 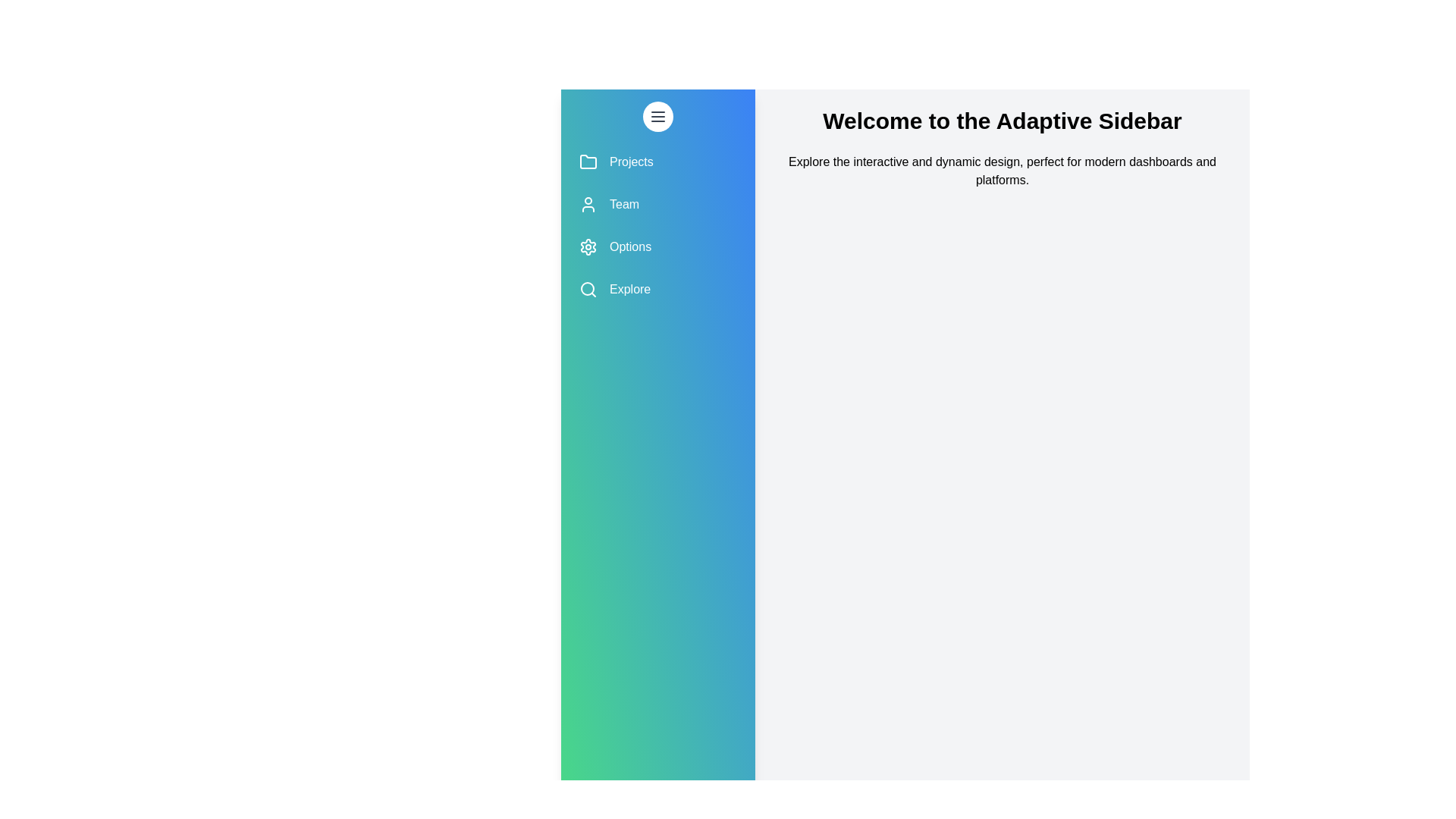 What do you see at coordinates (1002, 120) in the screenshot?
I see `the header text 'Welcome to the Adaptive Sidebar' to focus on it` at bounding box center [1002, 120].